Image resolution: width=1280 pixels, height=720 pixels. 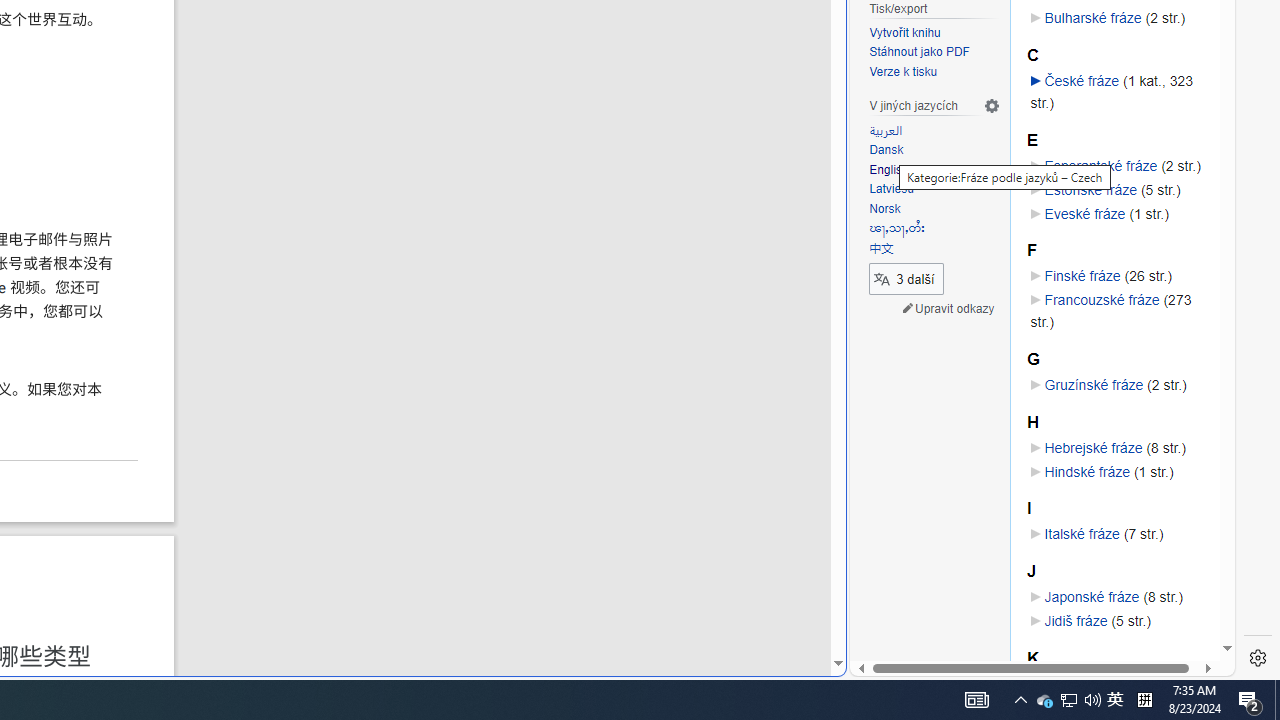 What do you see at coordinates (934, 209) in the screenshot?
I see `'Norsk'` at bounding box center [934, 209].